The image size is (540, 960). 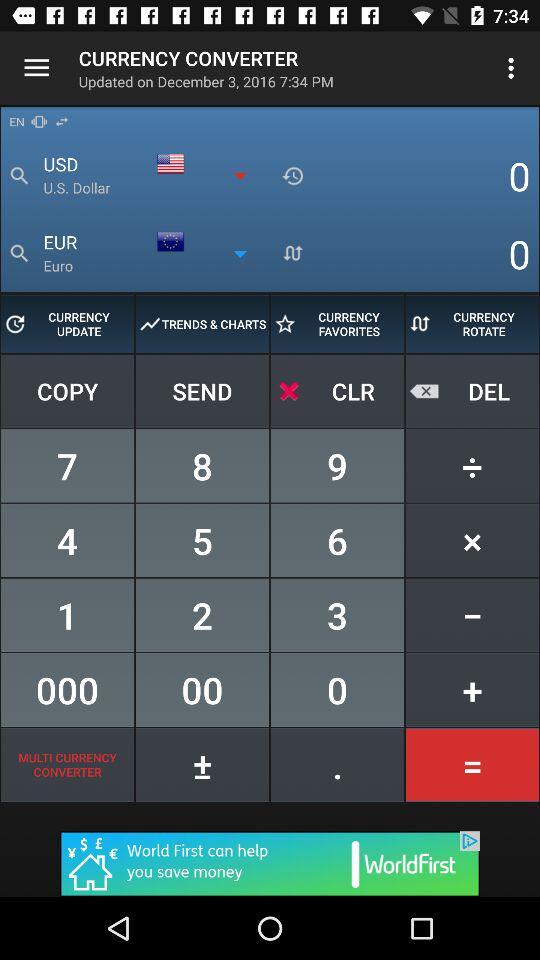 What do you see at coordinates (155, 253) in the screenshot?
I see `the field euro` at bounding box center [155, 253].